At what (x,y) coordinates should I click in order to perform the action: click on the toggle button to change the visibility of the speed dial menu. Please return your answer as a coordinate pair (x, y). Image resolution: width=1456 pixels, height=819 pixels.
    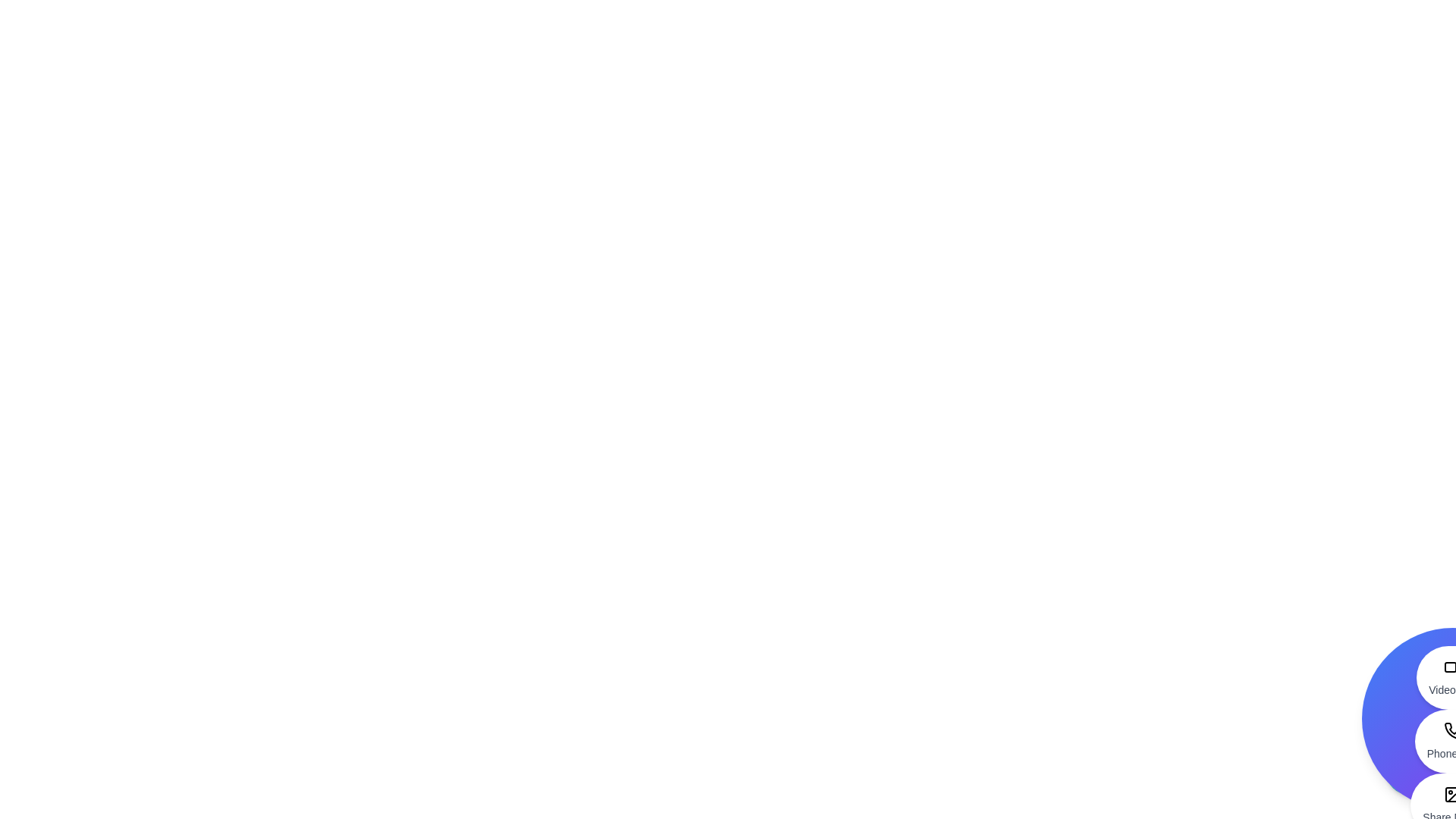
    Looking at the image, I should click on (1407, 772).